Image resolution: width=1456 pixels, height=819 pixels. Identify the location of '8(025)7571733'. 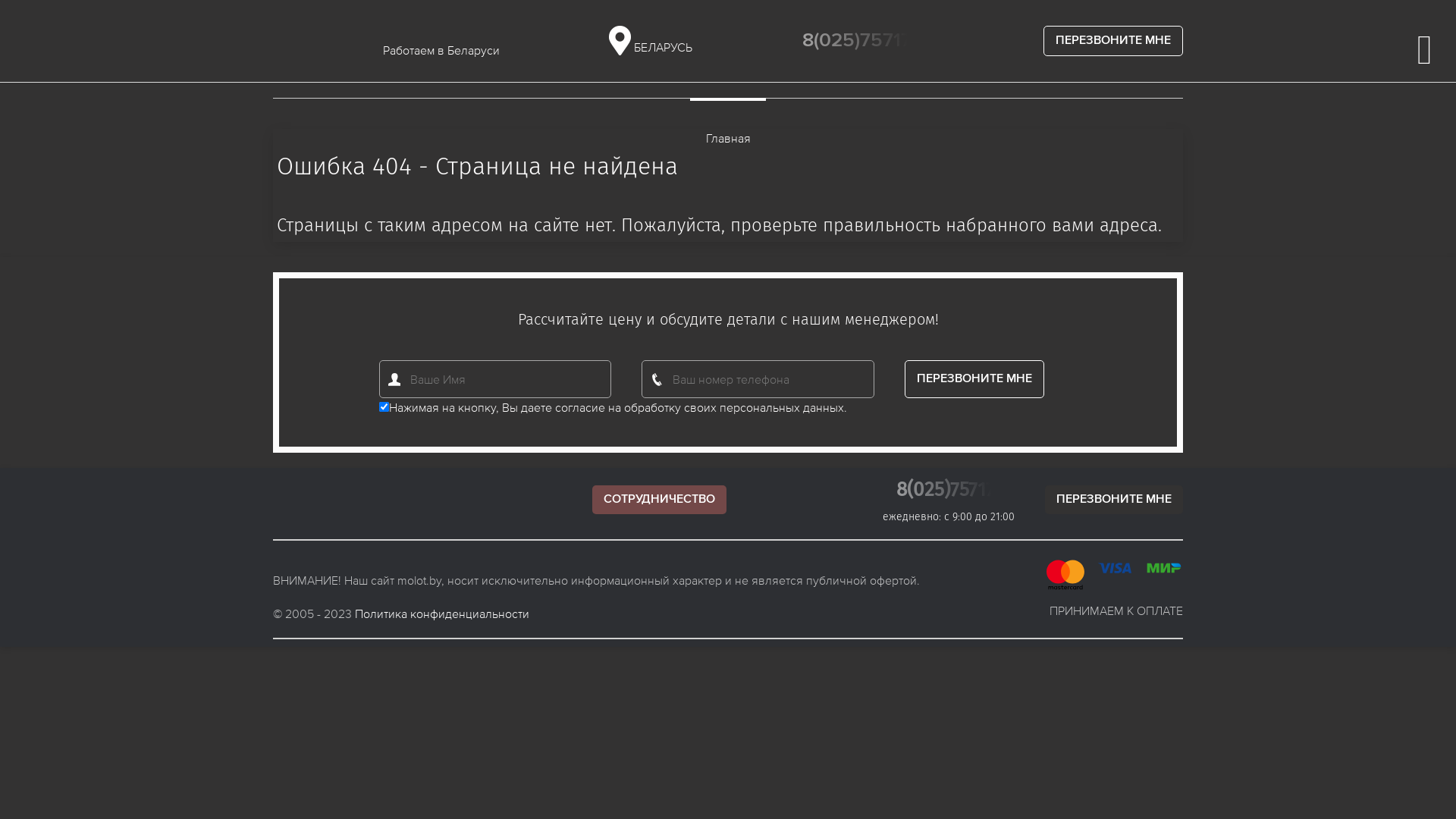
(868, 40).